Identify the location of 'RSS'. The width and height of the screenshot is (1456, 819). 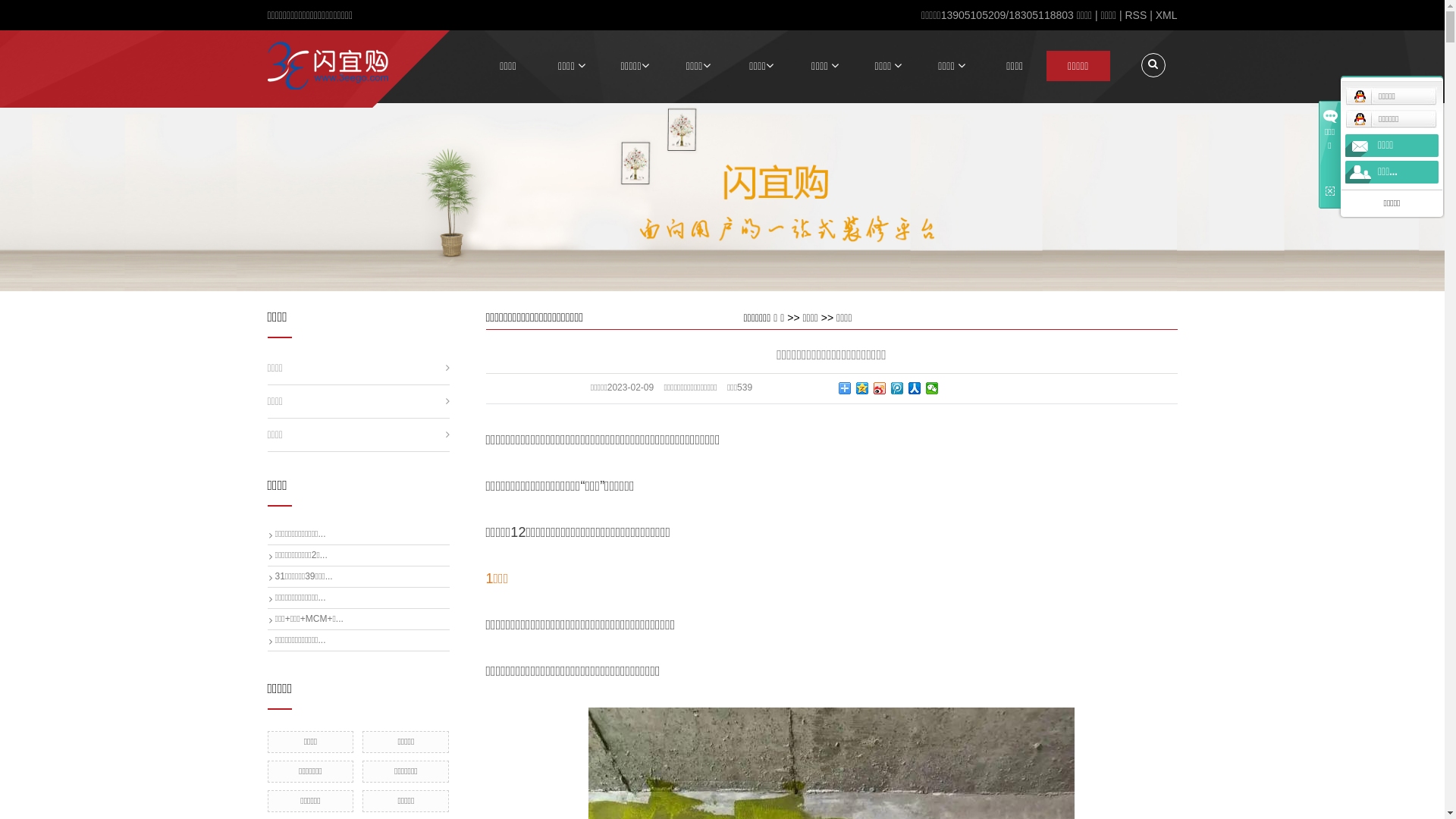
(1135, 14).